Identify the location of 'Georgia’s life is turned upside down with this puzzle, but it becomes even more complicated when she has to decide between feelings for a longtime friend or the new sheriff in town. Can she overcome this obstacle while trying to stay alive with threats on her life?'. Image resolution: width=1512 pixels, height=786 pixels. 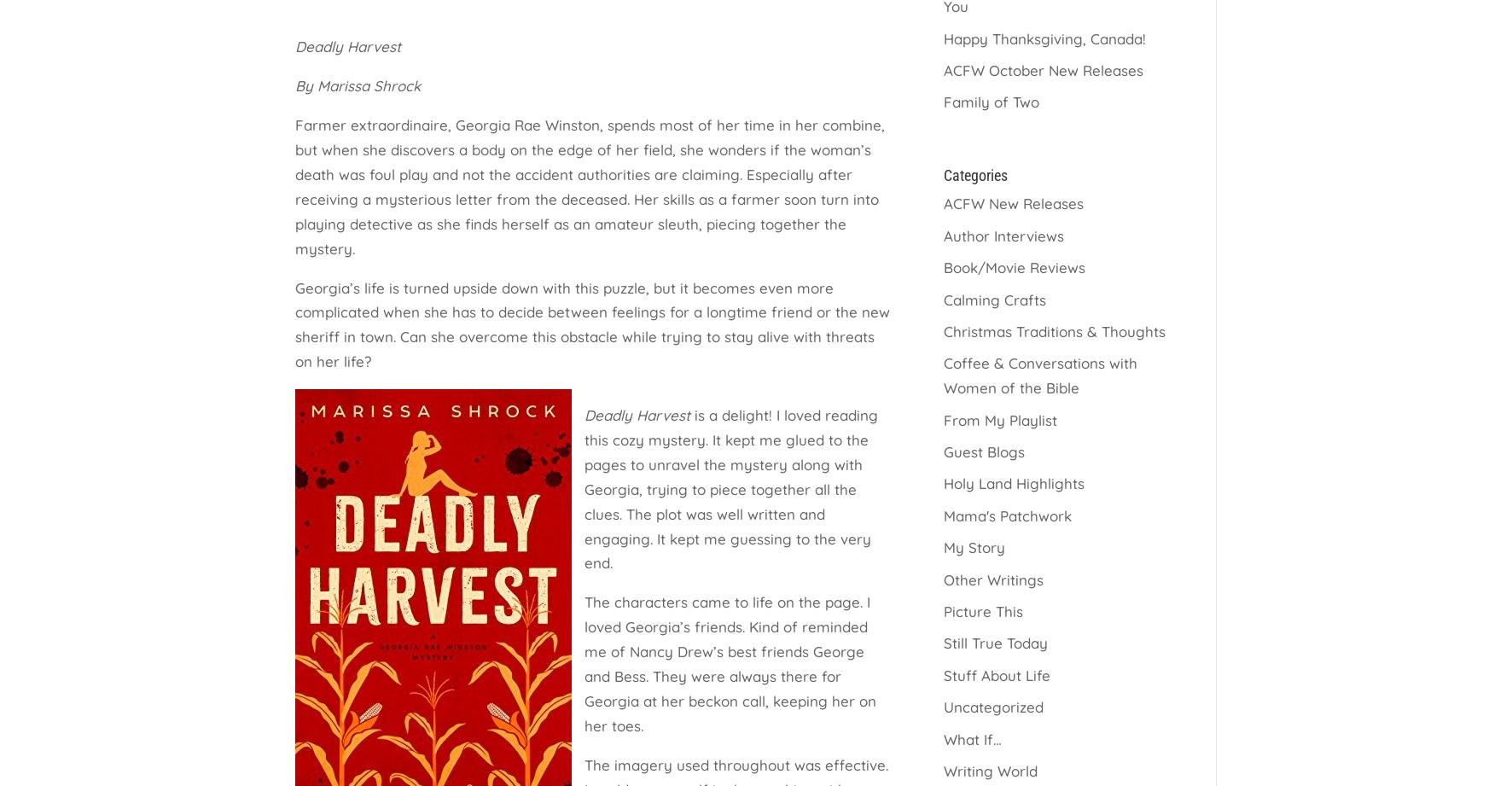
(591, 324).